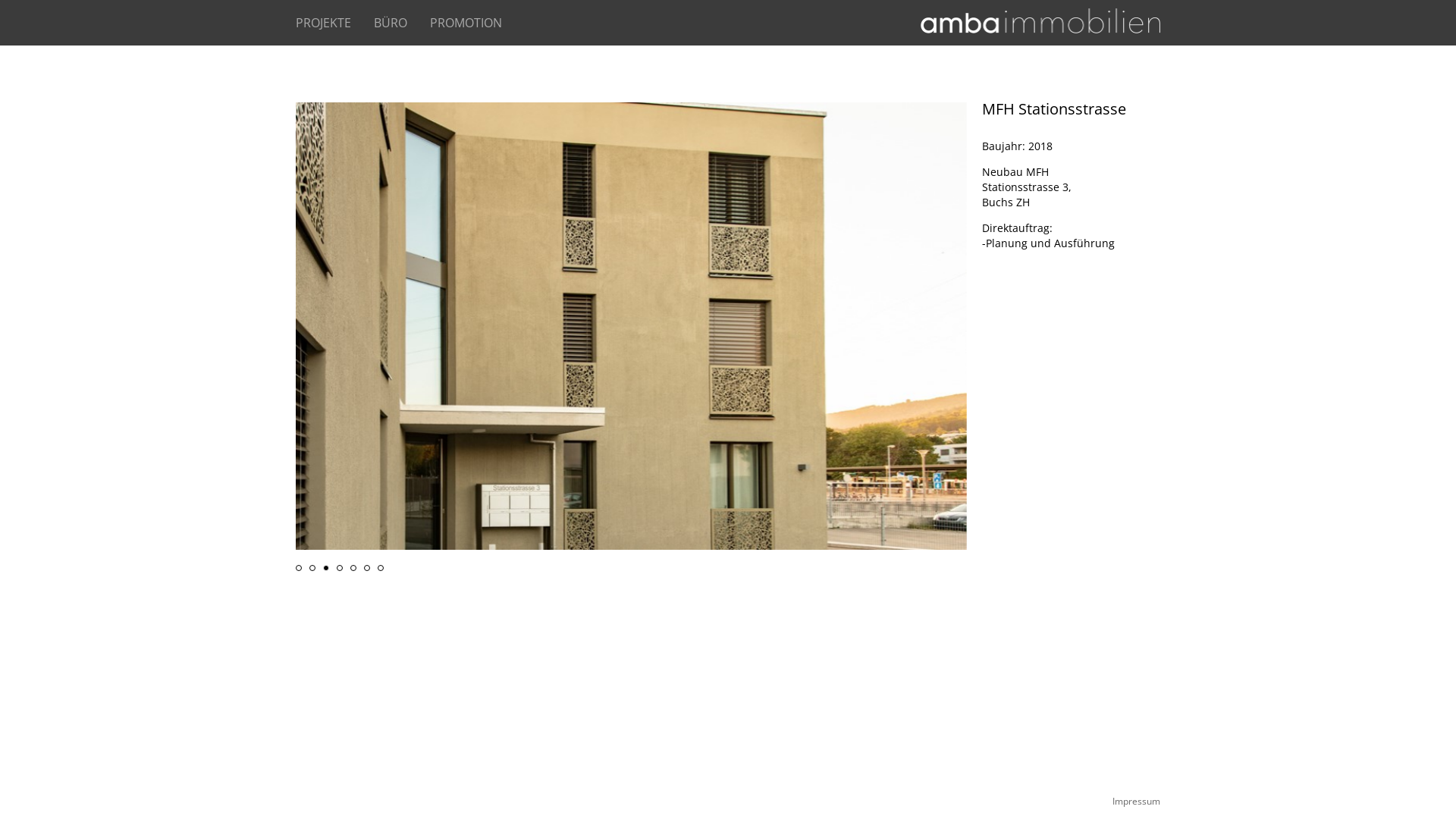 The width and height of the screenshot is (1456, 819). Describe the element at coordinates (298, 567) in the screenshot. I see `'1'` at that location.